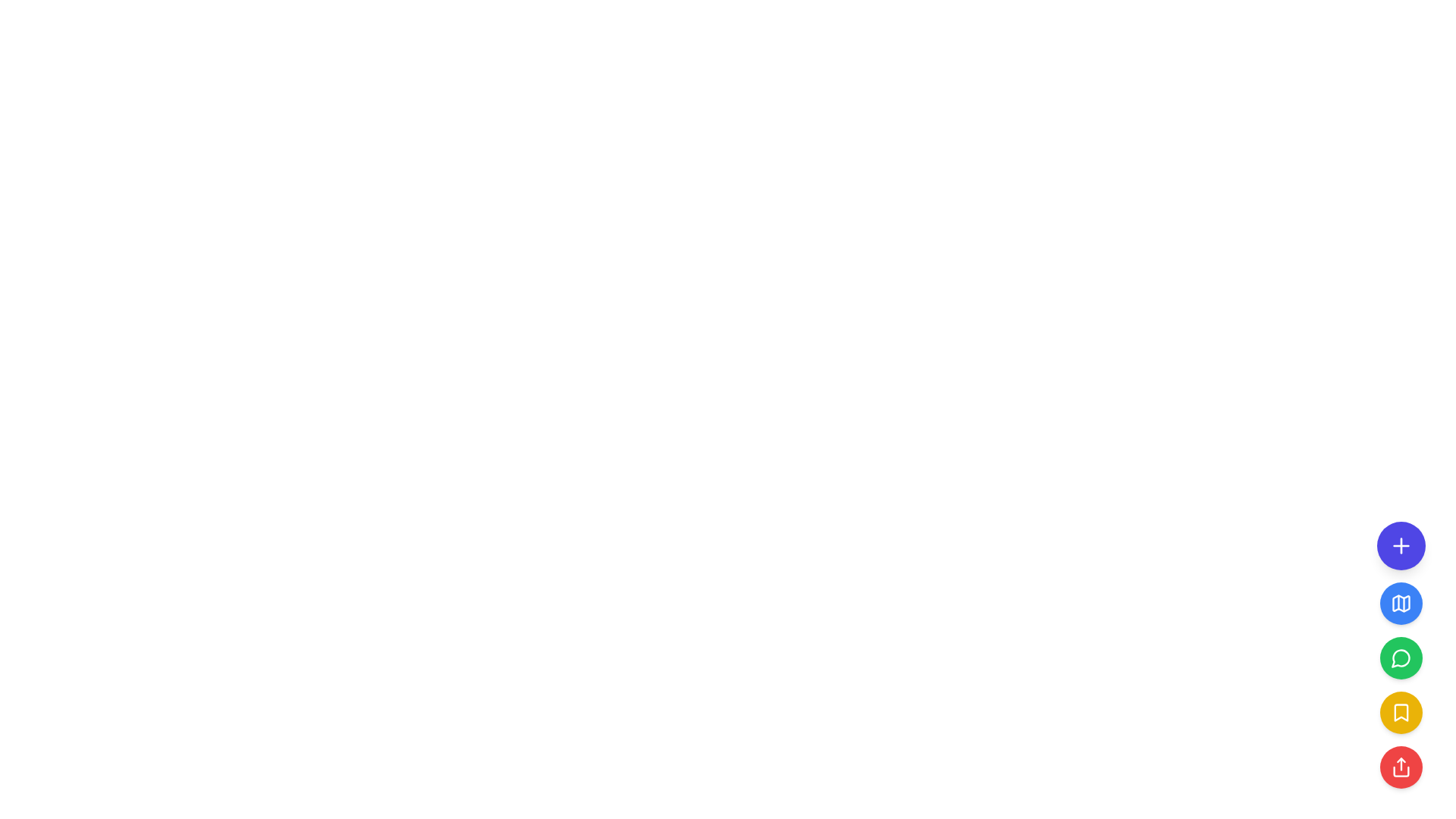 This screenshot has width=1456, height=819. Describe the element at coordinates (1401, 713) in the screenshot. I see `the circular yellow button with a white bookmark icon` at that location.